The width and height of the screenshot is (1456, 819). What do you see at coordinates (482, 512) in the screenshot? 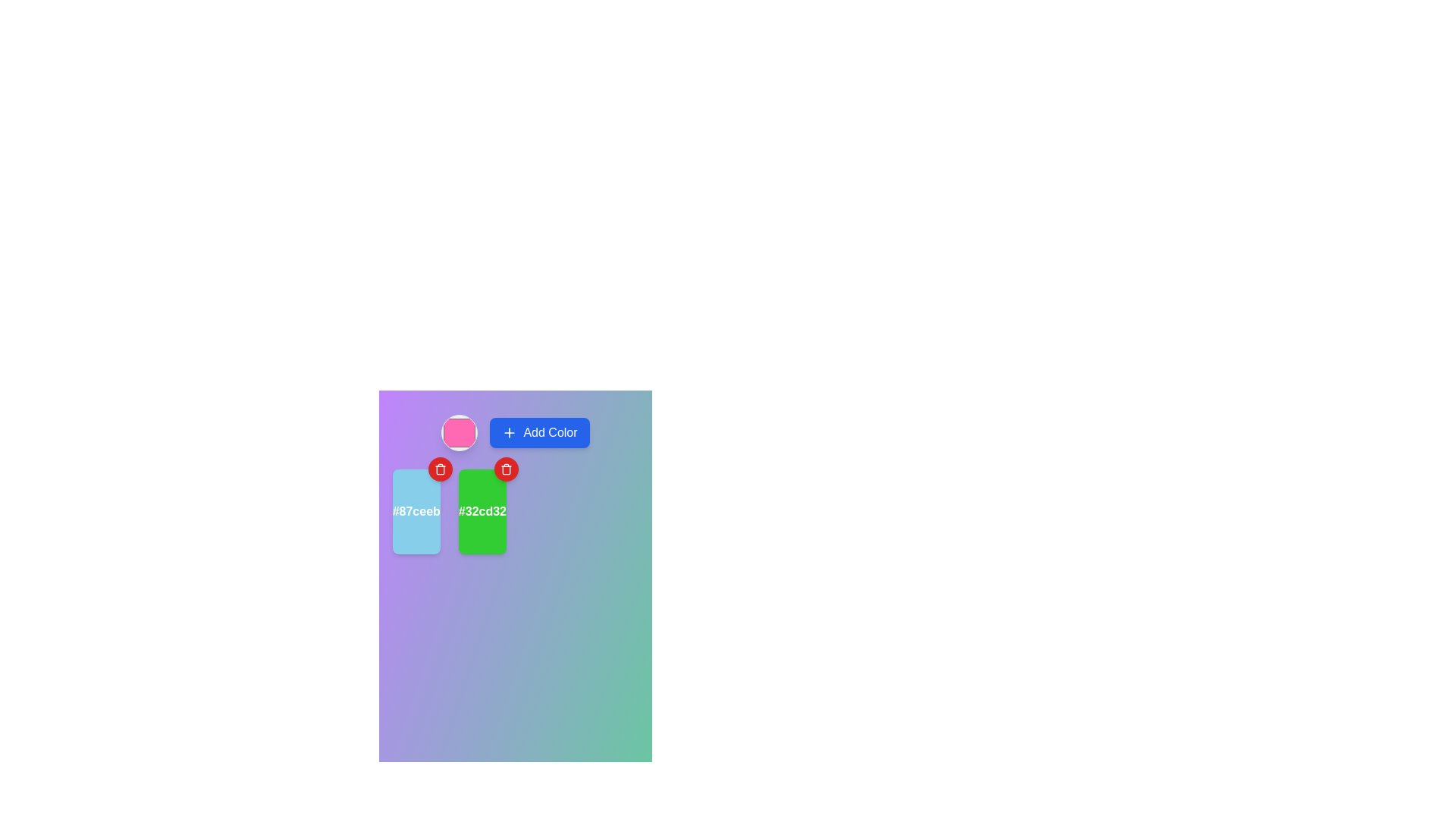
I see `the color display card, which is the second color box from the left in a row beneath the header section, to highlight or select the color` at bounding box center [482, 512].